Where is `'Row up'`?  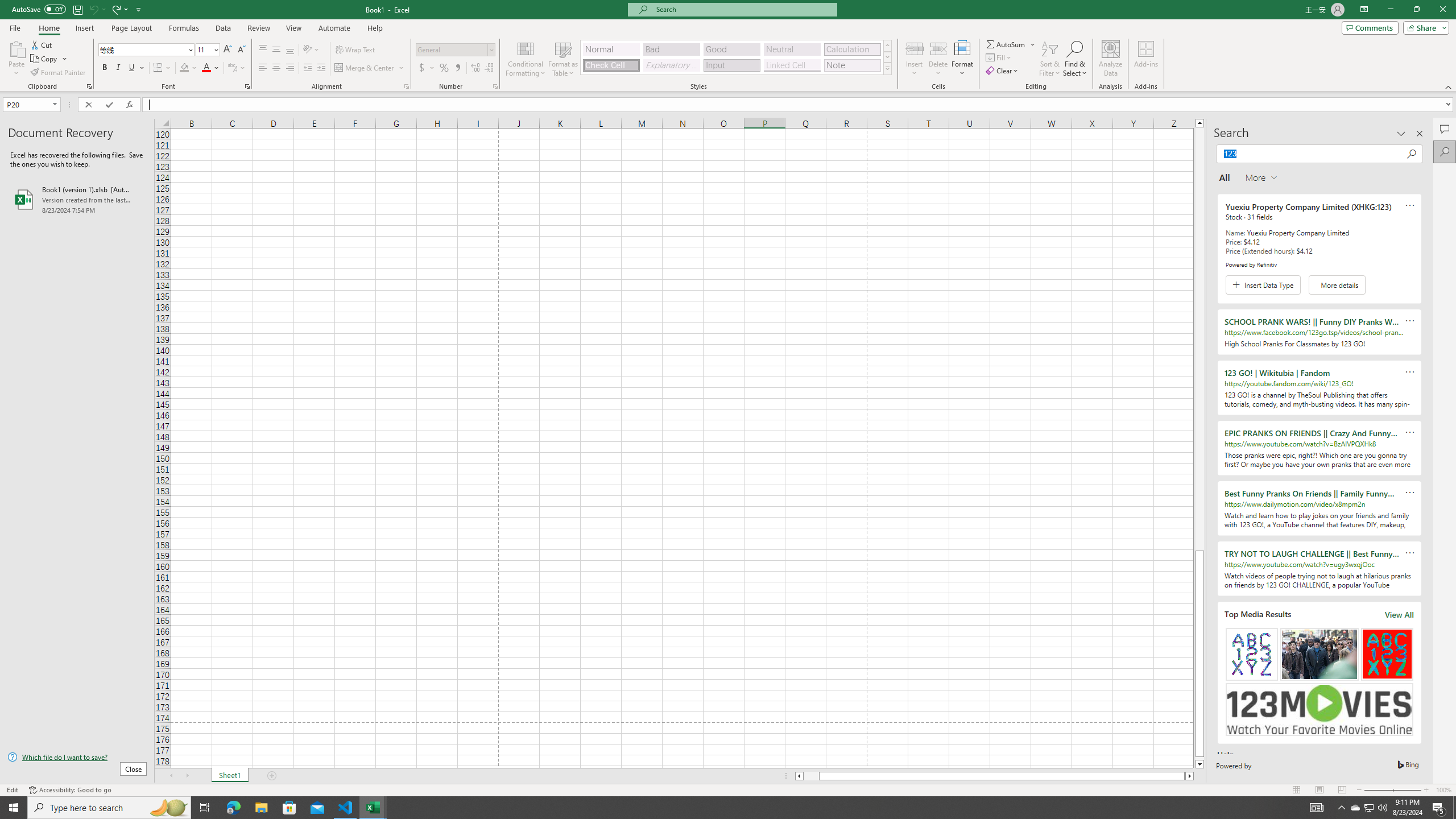
'Row up' is located at coordinates (887, 45).